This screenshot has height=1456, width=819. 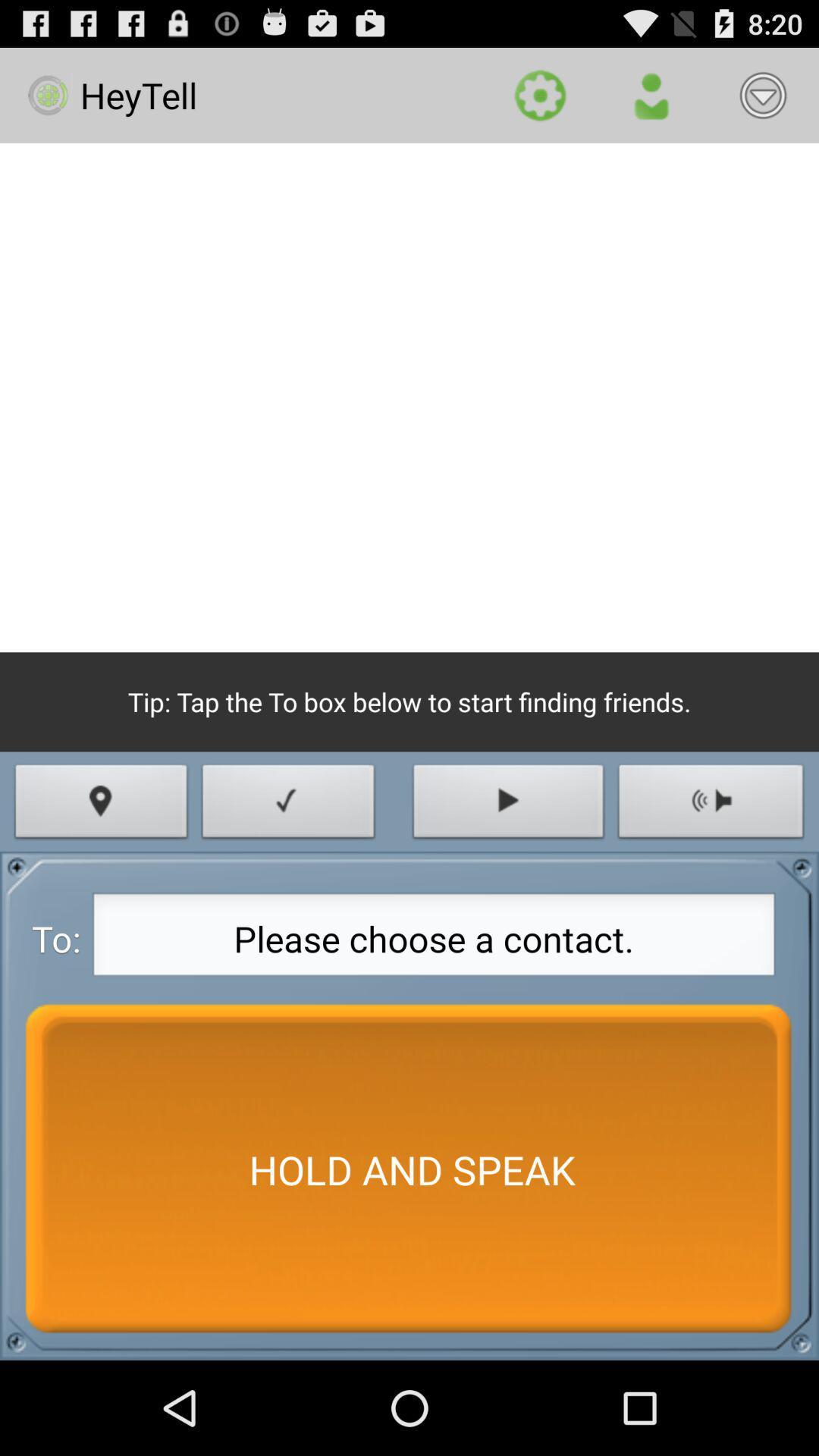 I want to click on icon on the right, so click(x=711, y=805).